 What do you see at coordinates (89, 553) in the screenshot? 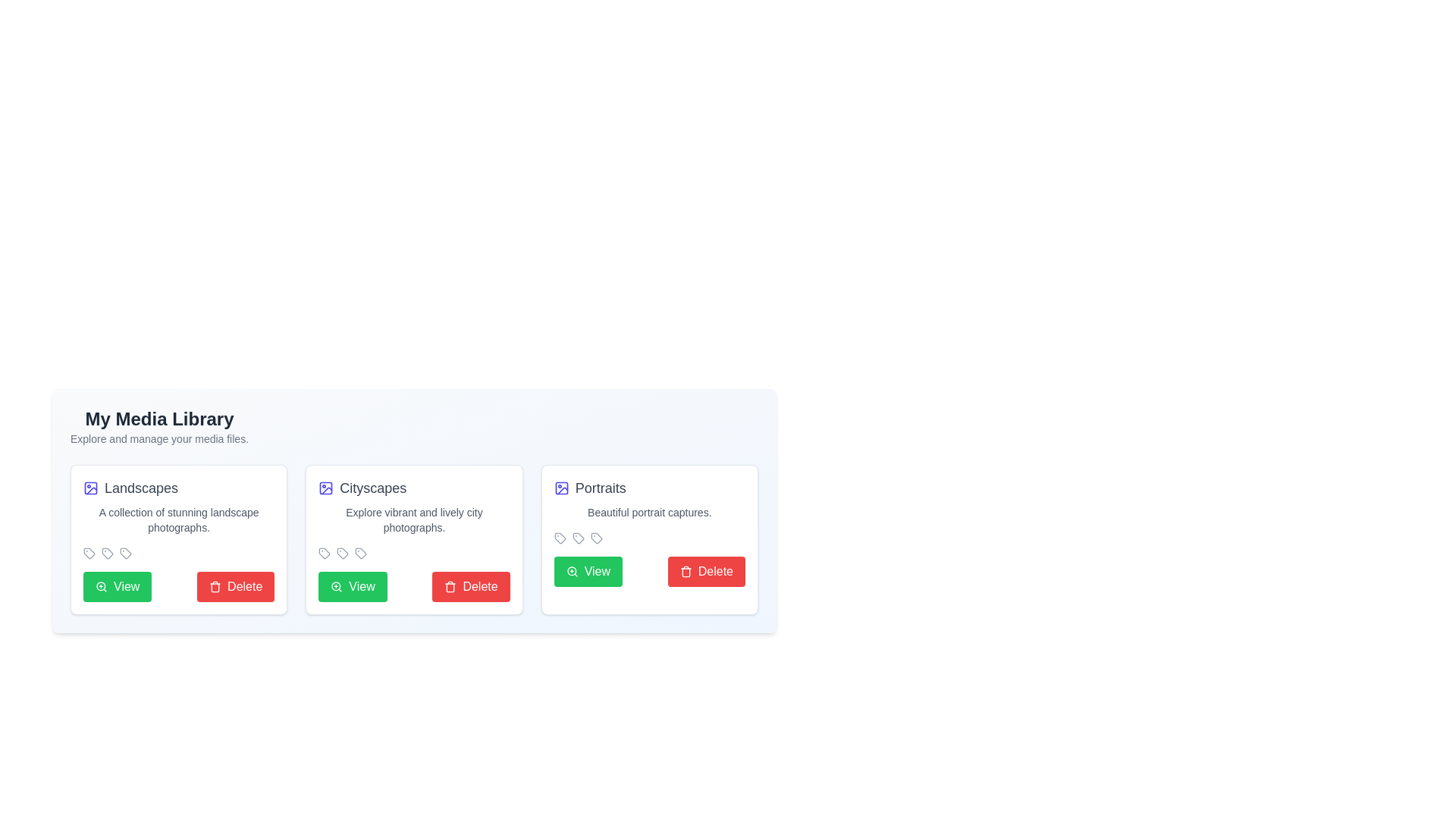
I see `the first tag icon, which is light gray and located at the top left corner of the 'Landscapes' card` at bounding box center [89, 553].